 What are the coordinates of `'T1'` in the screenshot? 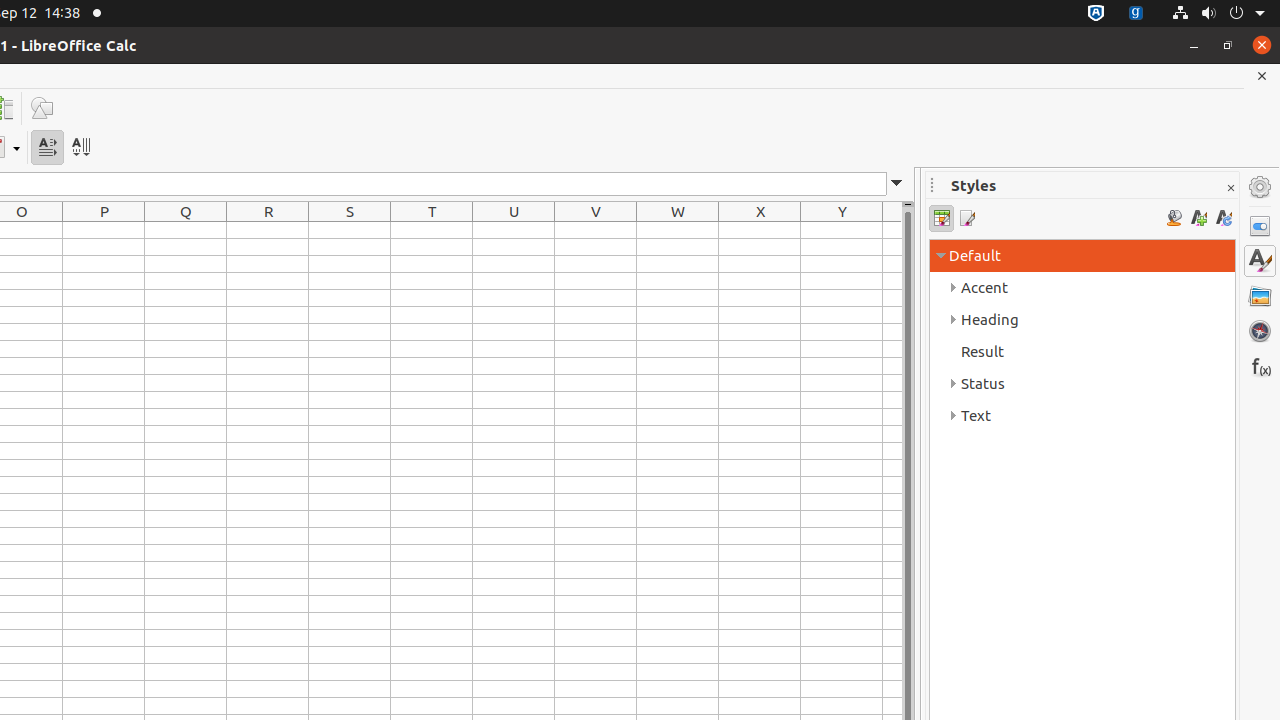 It's located at (431, 229).